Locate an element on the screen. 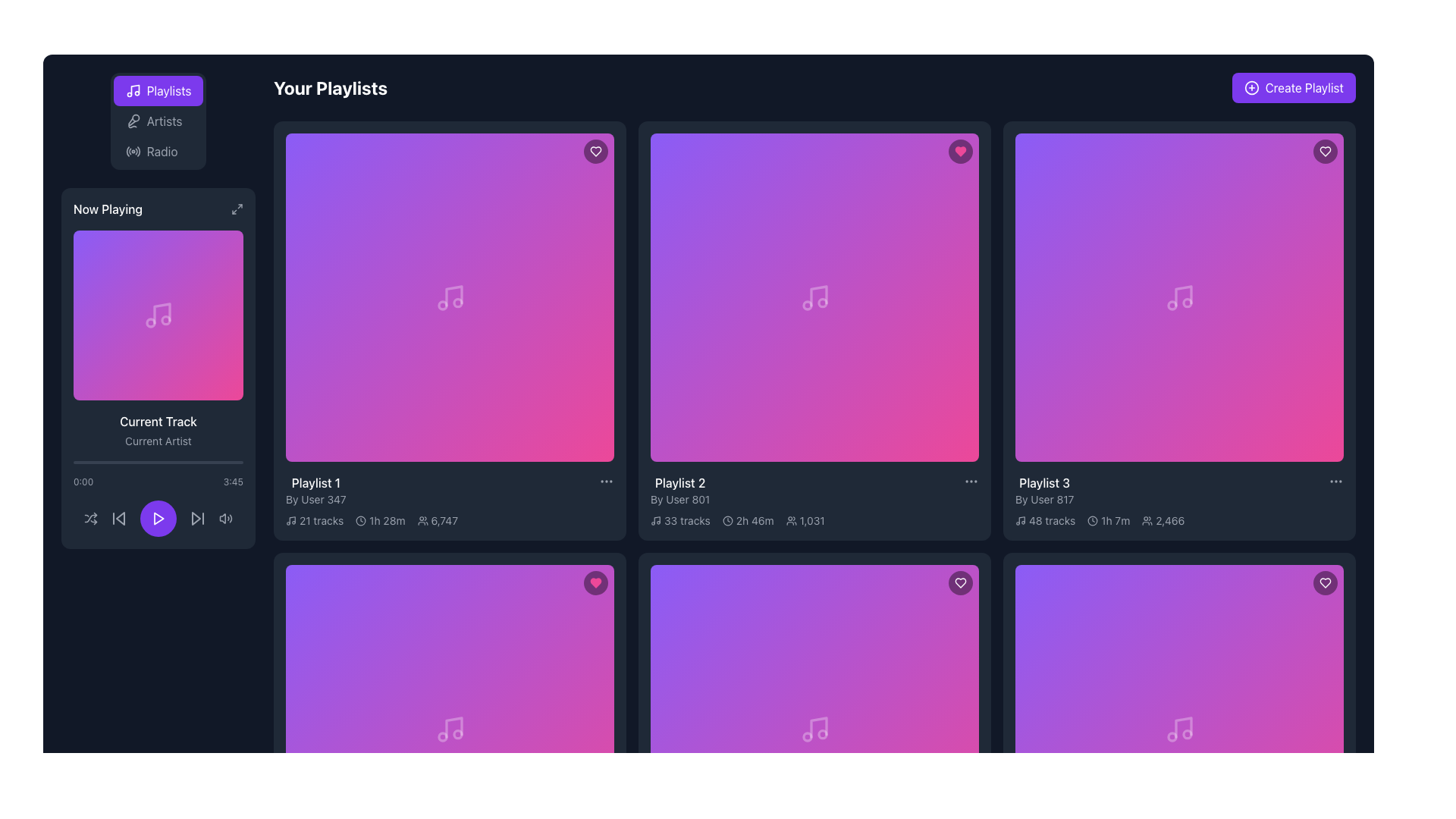  text from the label displaying 'Current Track' in white font, located in the 'Now Playing' section of the left sidebar, positioned below the album artwork and above the 'Current Artist' label is located at coordinates (158, 421).